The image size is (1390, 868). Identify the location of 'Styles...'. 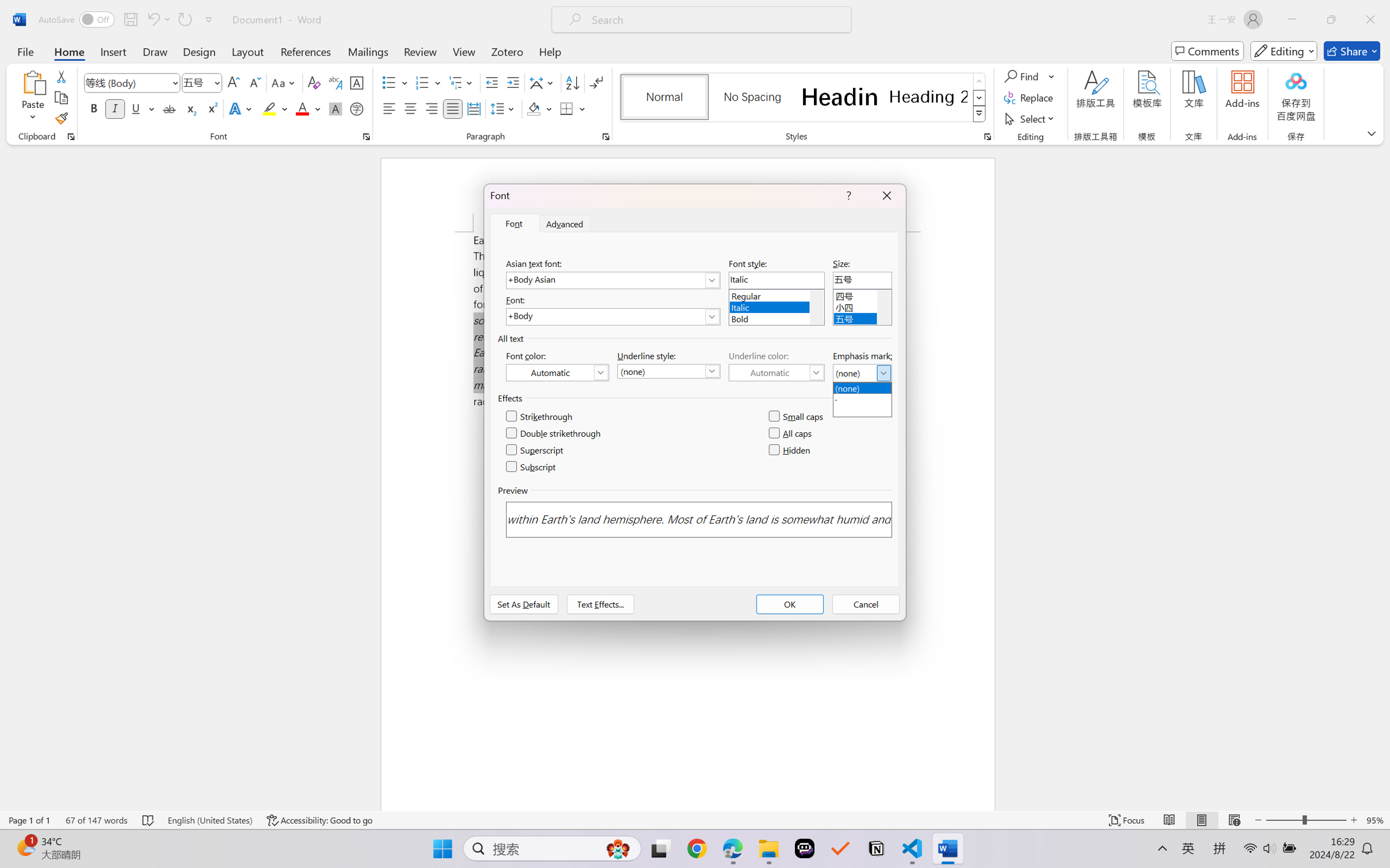
(987, 136).